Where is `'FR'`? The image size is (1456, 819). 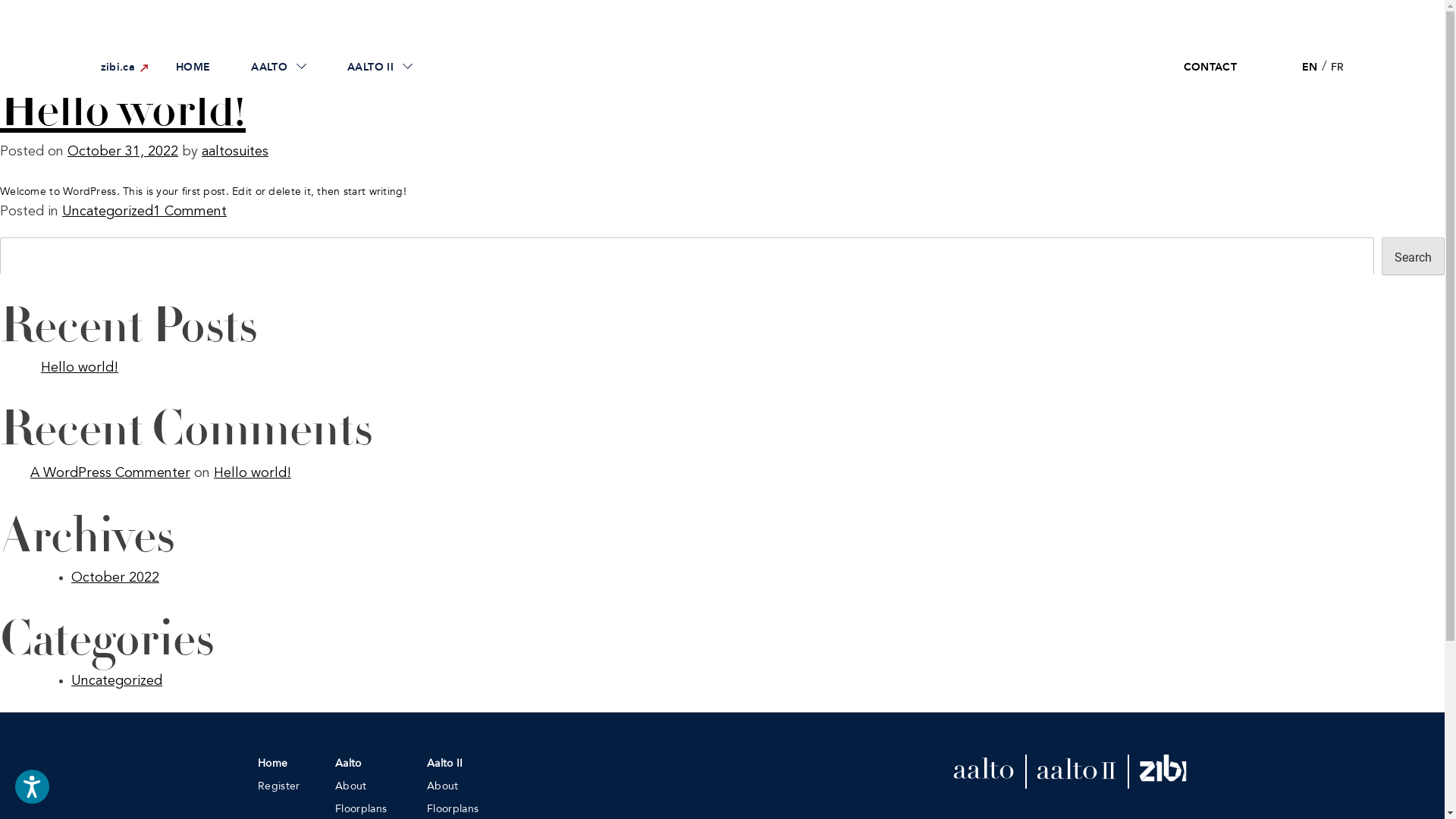 'FR' is located at coordinates (1330, 66).